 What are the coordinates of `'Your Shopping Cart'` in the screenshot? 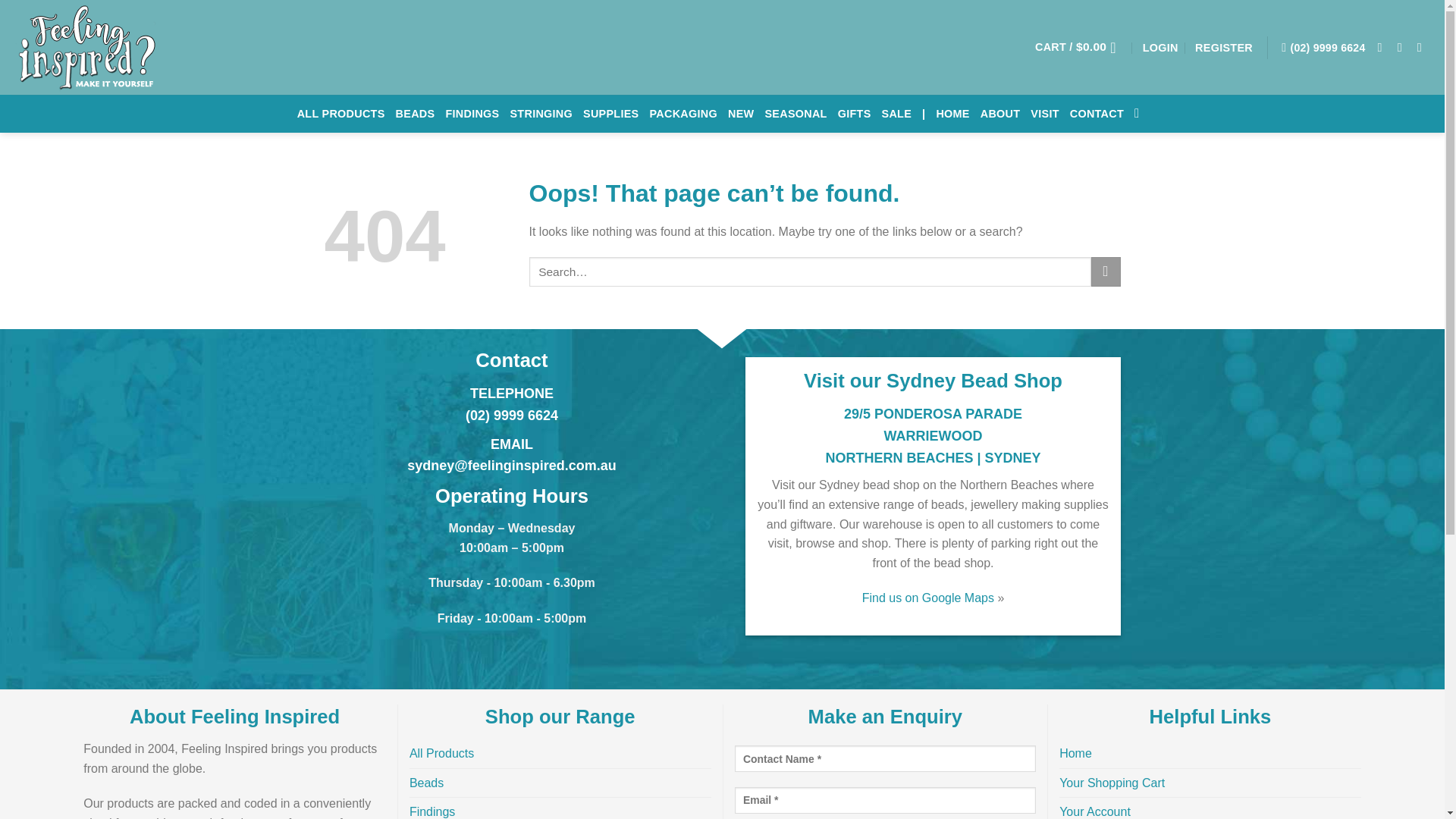 It's located at (1112, 783).